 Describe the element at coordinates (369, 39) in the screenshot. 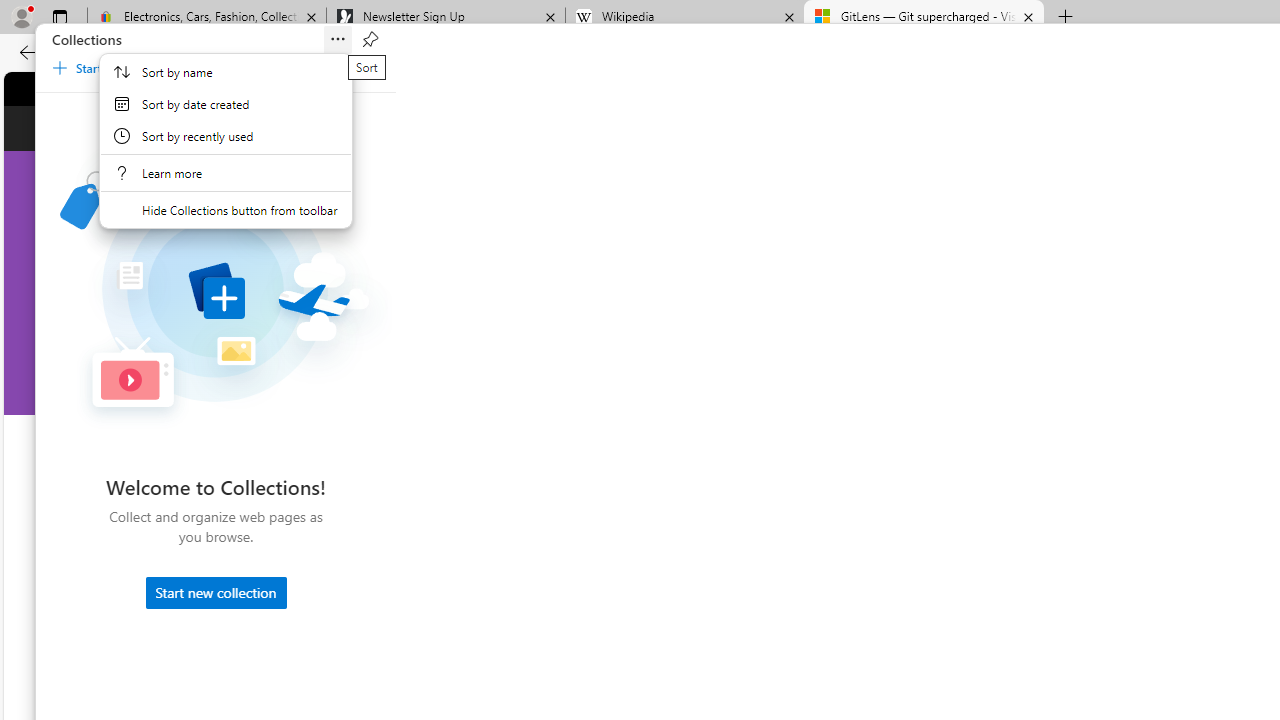

I see `'Pin Collections'` at that location.